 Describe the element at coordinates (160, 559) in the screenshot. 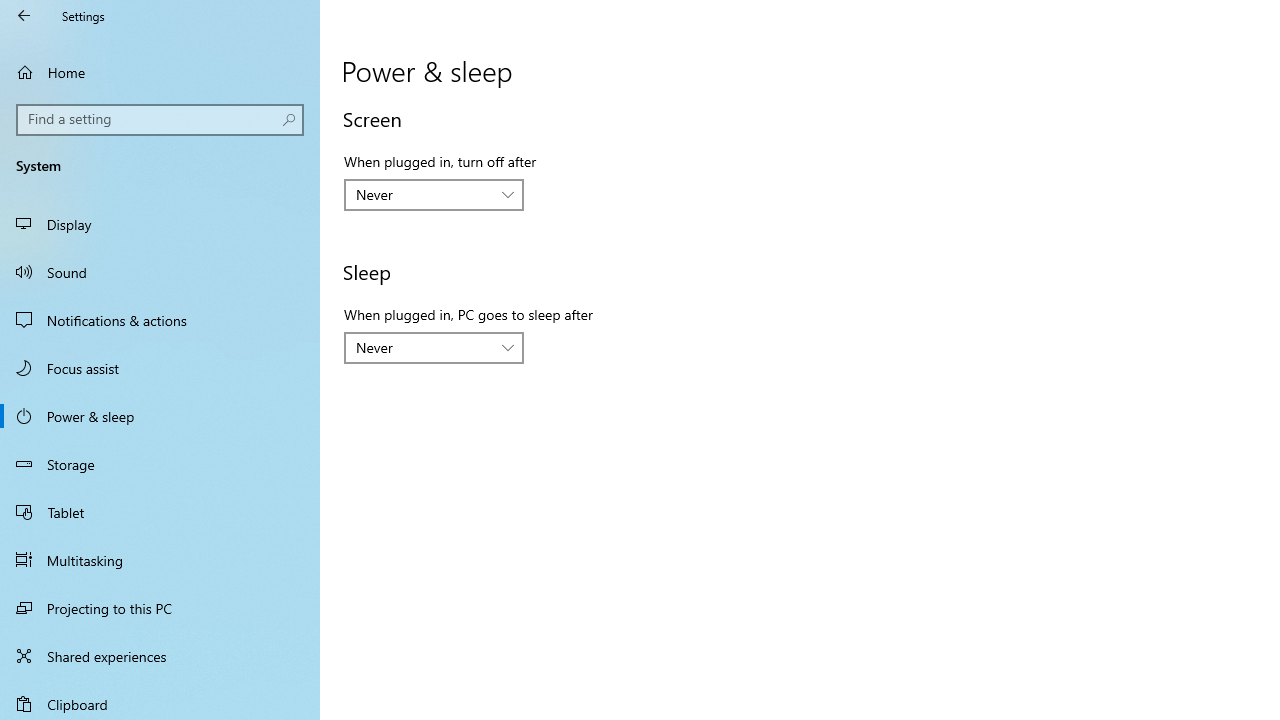

I see `'Multitasking'` at that location.